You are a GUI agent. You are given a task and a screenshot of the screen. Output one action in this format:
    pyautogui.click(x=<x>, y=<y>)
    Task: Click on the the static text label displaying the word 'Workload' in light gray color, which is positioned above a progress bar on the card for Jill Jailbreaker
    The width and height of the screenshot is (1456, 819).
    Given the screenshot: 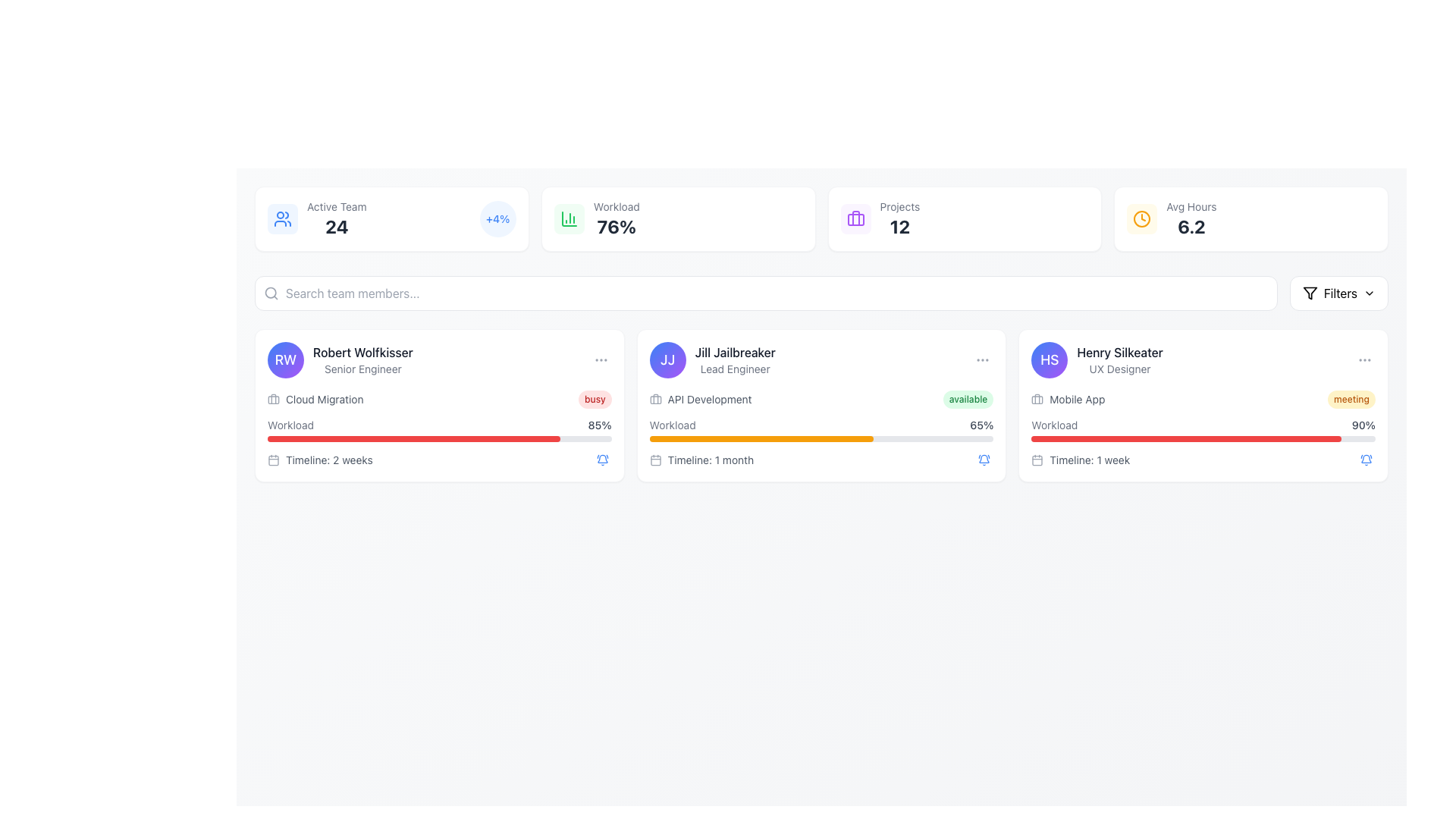 What is the action you would take?
    pyautogui.click(x=672, y=425)
    